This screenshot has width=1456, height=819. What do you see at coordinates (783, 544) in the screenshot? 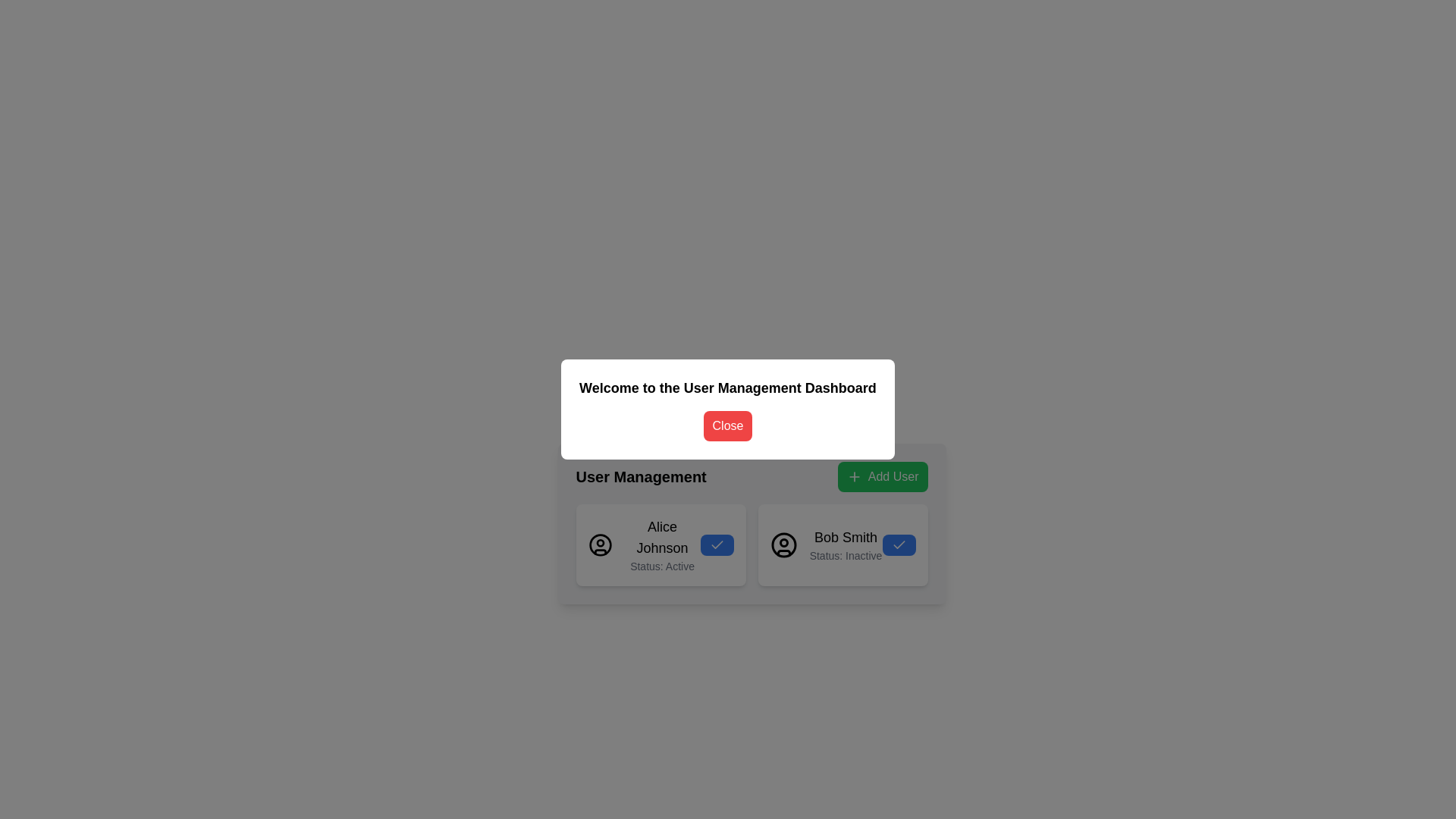
I see `the user profile icon representing 'Bob Smith', located inside the card labeled 'Bob Smith Status: Inactive', positioned to the left of the text in the User Management section` at bounding box center [783, 544].